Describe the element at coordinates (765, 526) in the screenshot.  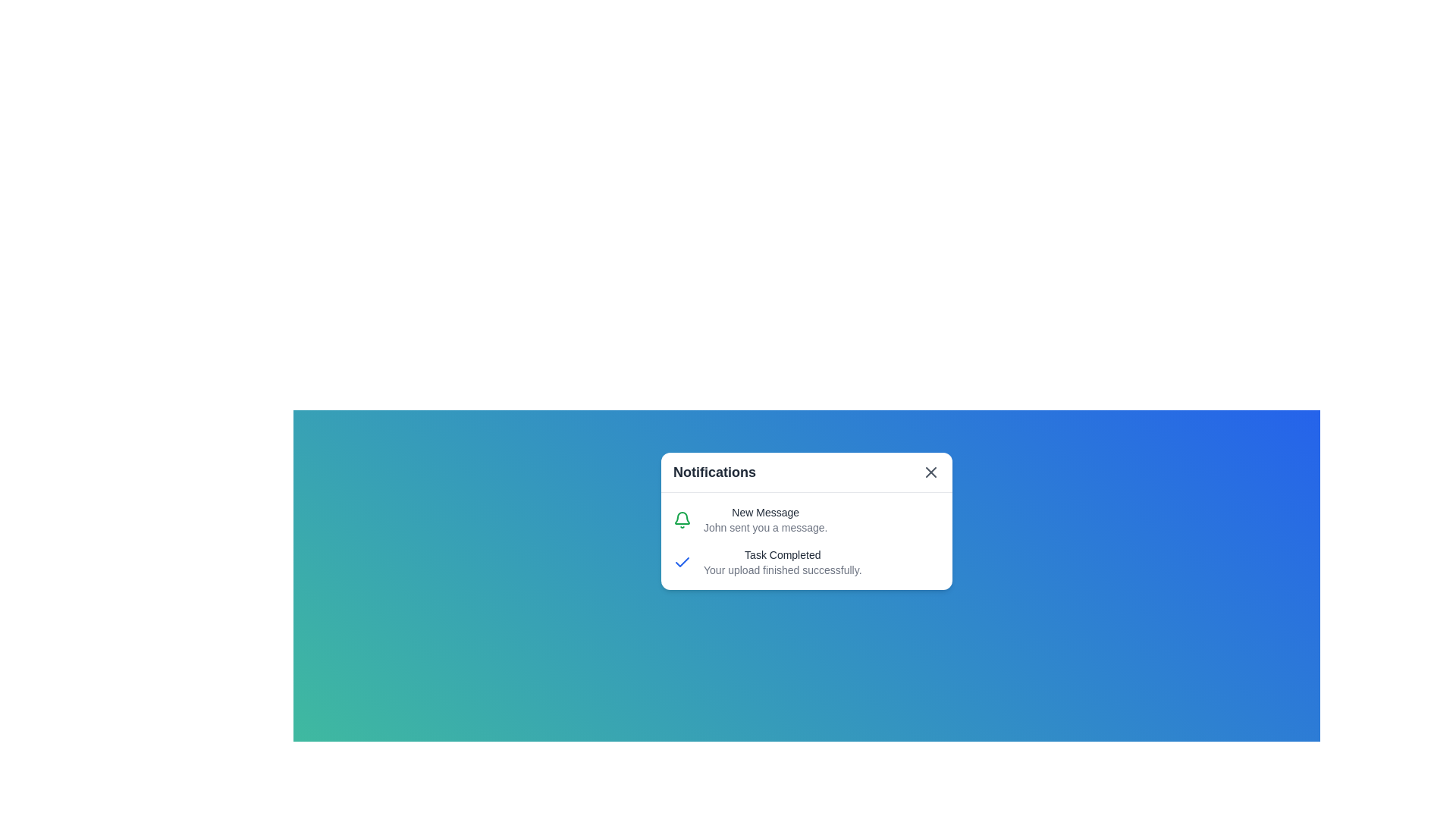
I see `message content displayed as 'John sent you a message.' in gray font, located in the bottom part of the notification card beneath 'New Message'` at that location.